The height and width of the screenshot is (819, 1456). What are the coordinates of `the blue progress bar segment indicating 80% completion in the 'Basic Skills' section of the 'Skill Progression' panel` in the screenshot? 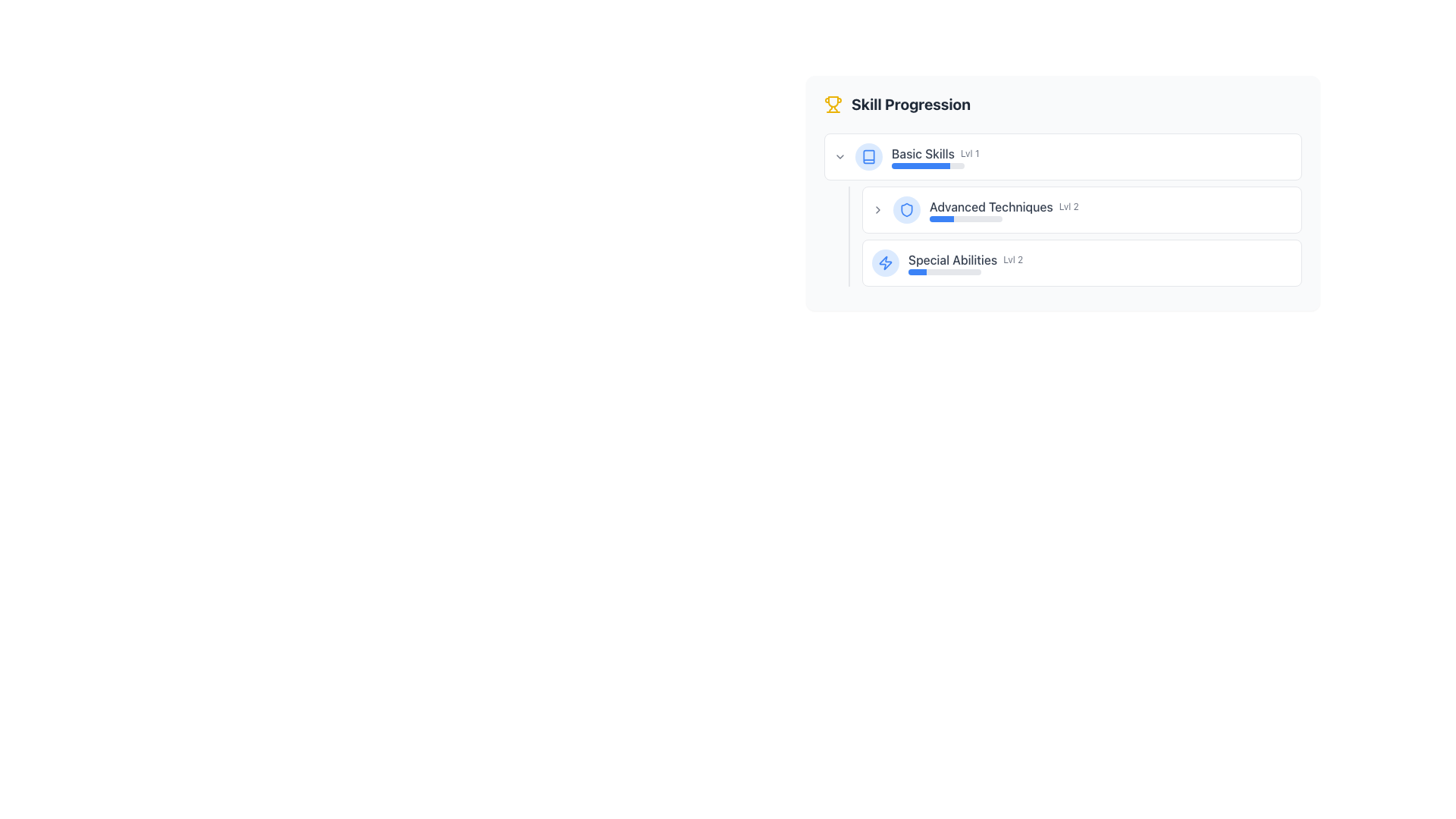 It's located at (920, 166).